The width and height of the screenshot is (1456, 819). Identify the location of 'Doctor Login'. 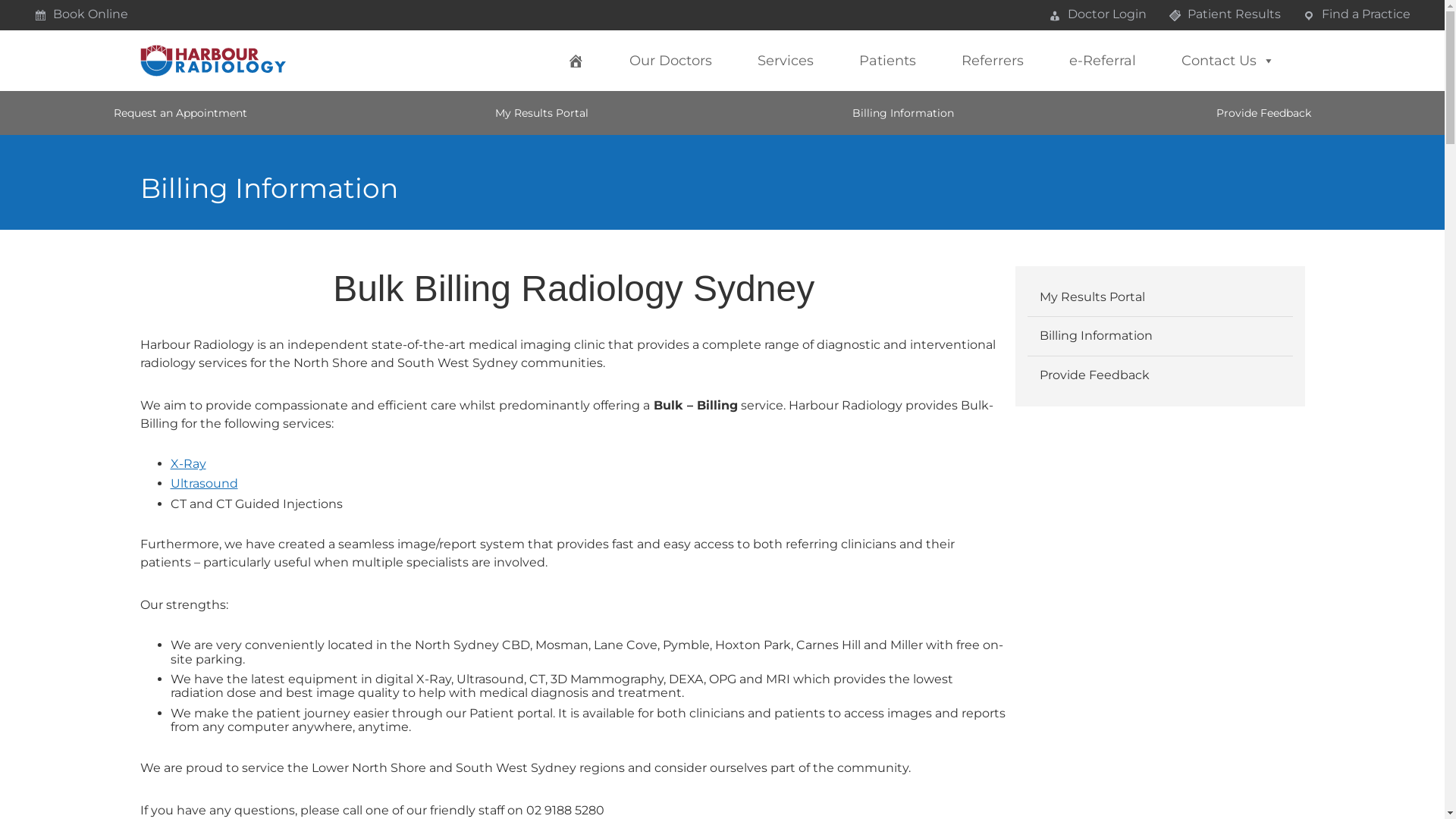
(1097, 14).